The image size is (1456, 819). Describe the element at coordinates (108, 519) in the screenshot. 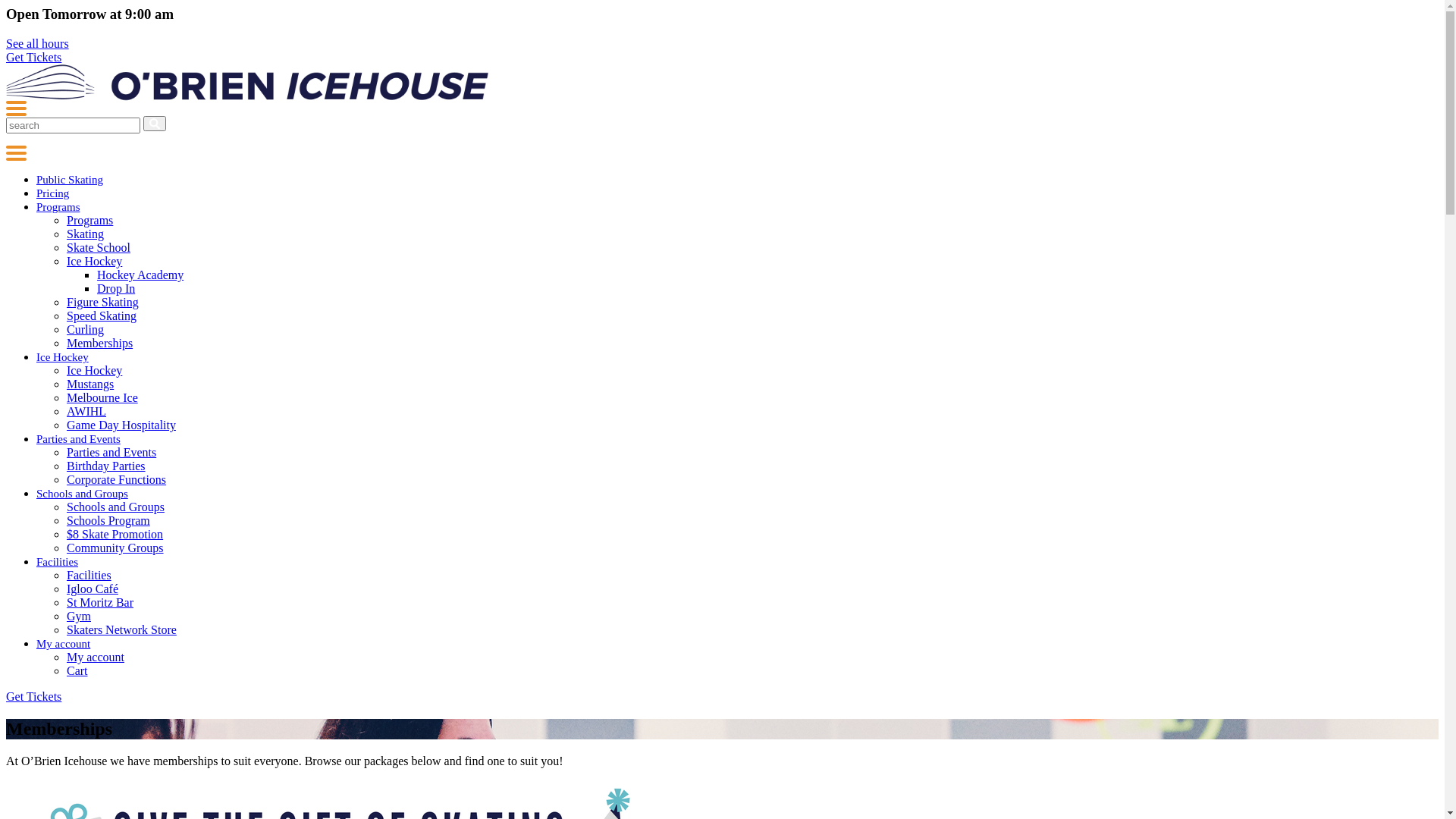

I see `'Schools Program'` at that location.